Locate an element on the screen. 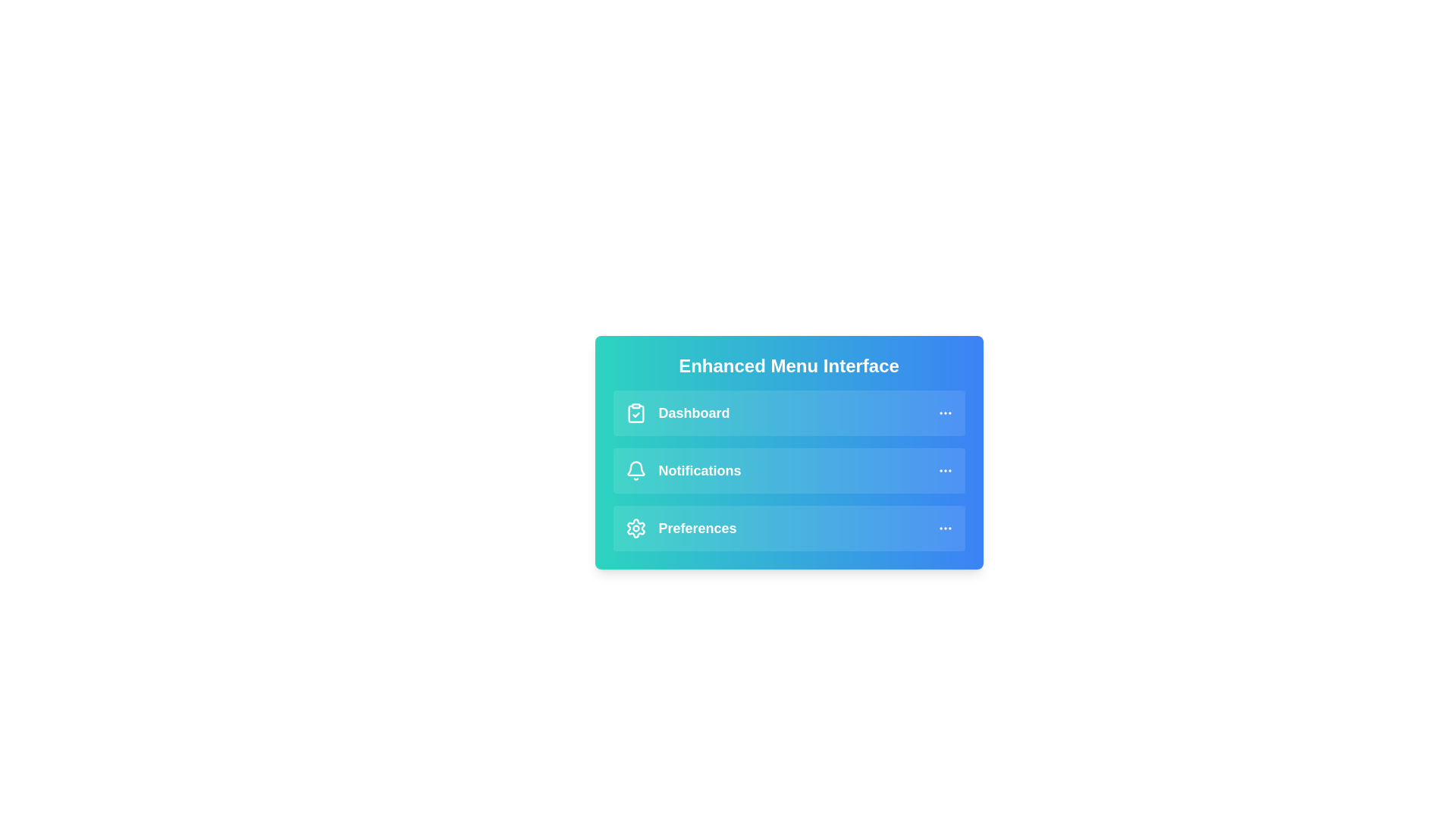 The image size is (1456, 819). the settings icon, represented as a gear shape with a white outline on a turquoise background, located to the left of the 'Preferences' label in the menu list is located at coordinates (635, 528).